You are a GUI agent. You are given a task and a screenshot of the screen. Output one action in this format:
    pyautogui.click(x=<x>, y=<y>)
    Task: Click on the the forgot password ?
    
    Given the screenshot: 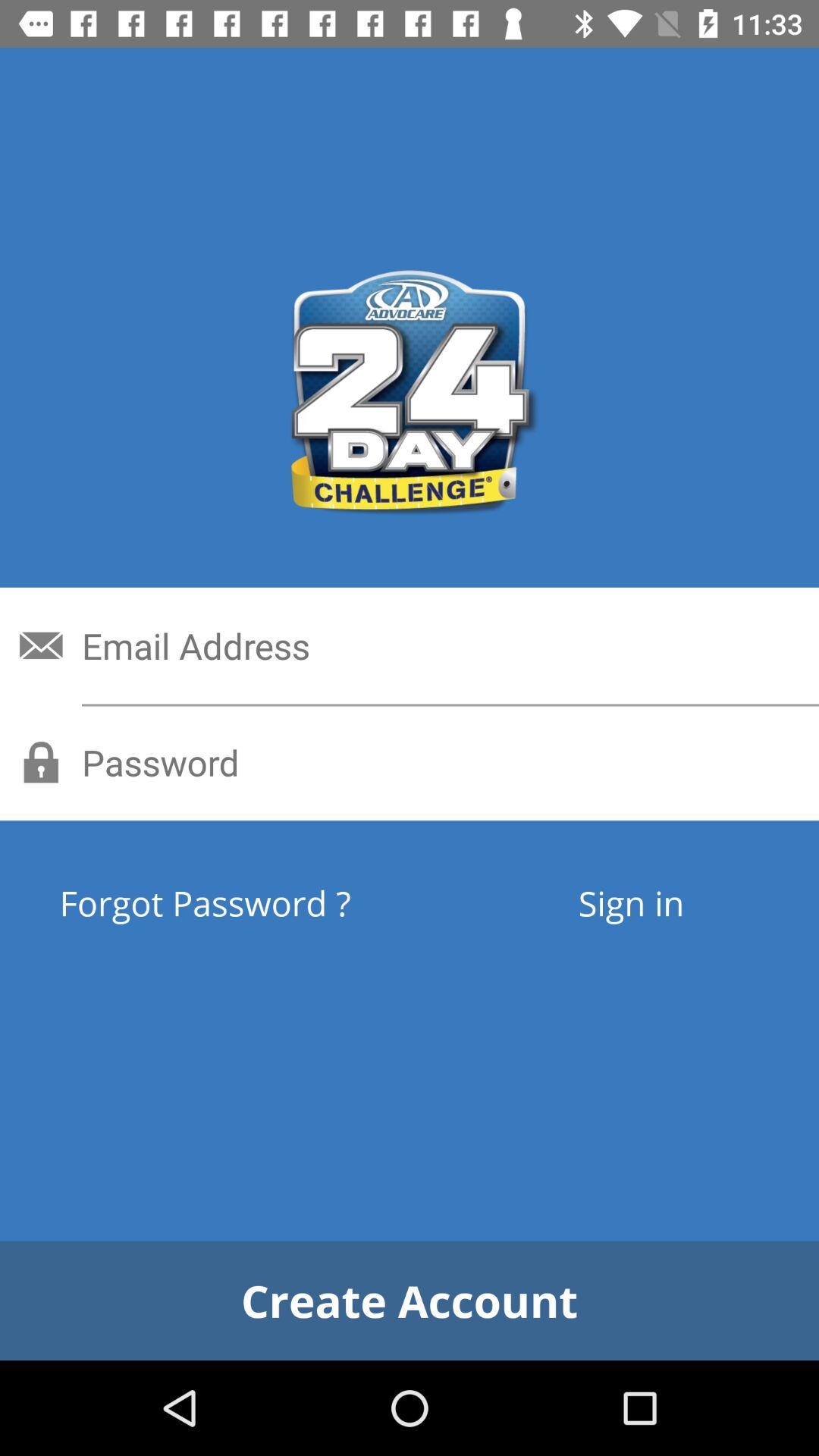 What is the action you would take?
    pyautogui.click(x=260, y=902)
    